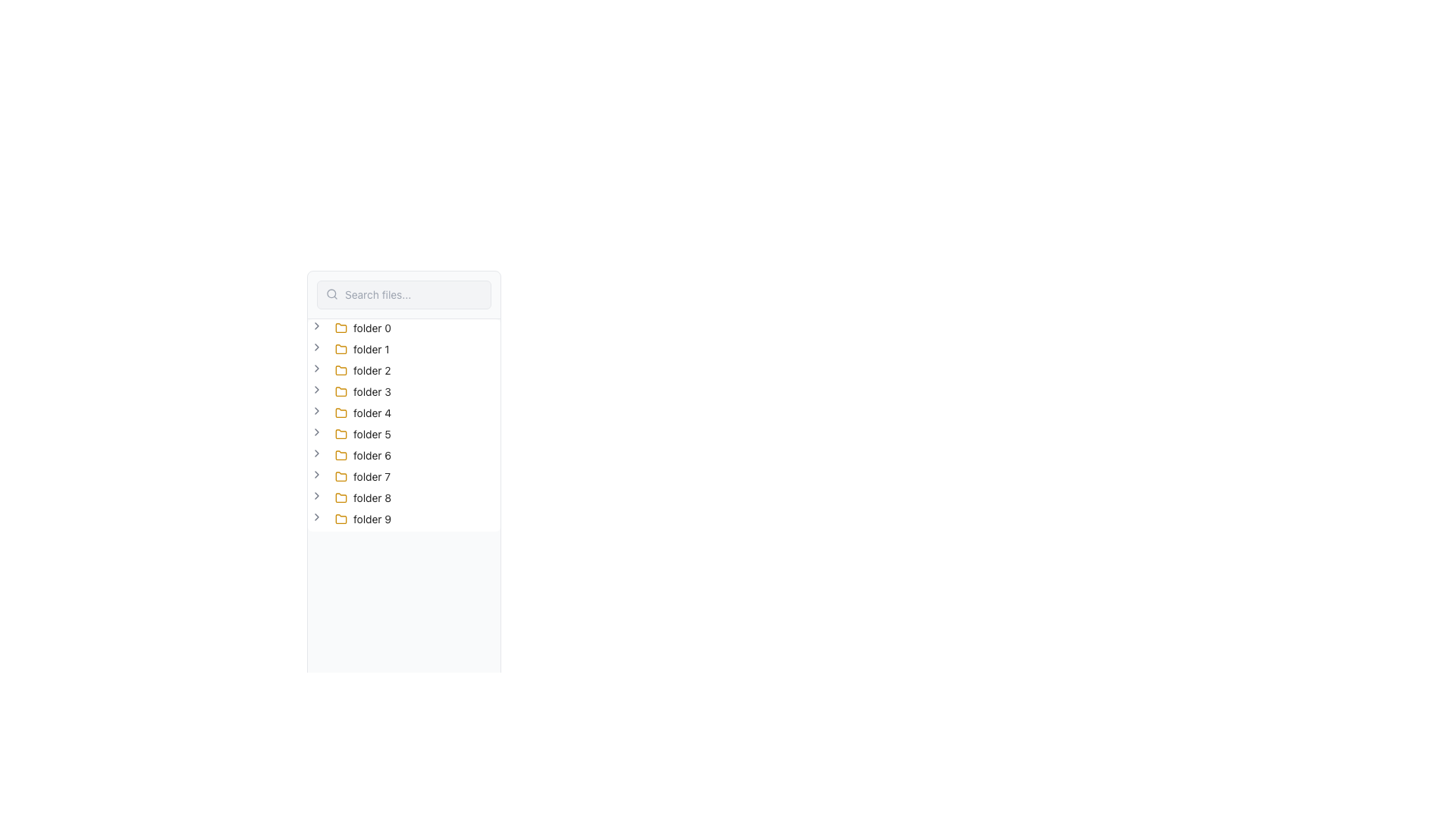 This screenshot has width=1456, height=819. Describe the element at coordinates (362, 455) in the screenshot. I see `the Tree node content box representing 'folder 6'` at that location.